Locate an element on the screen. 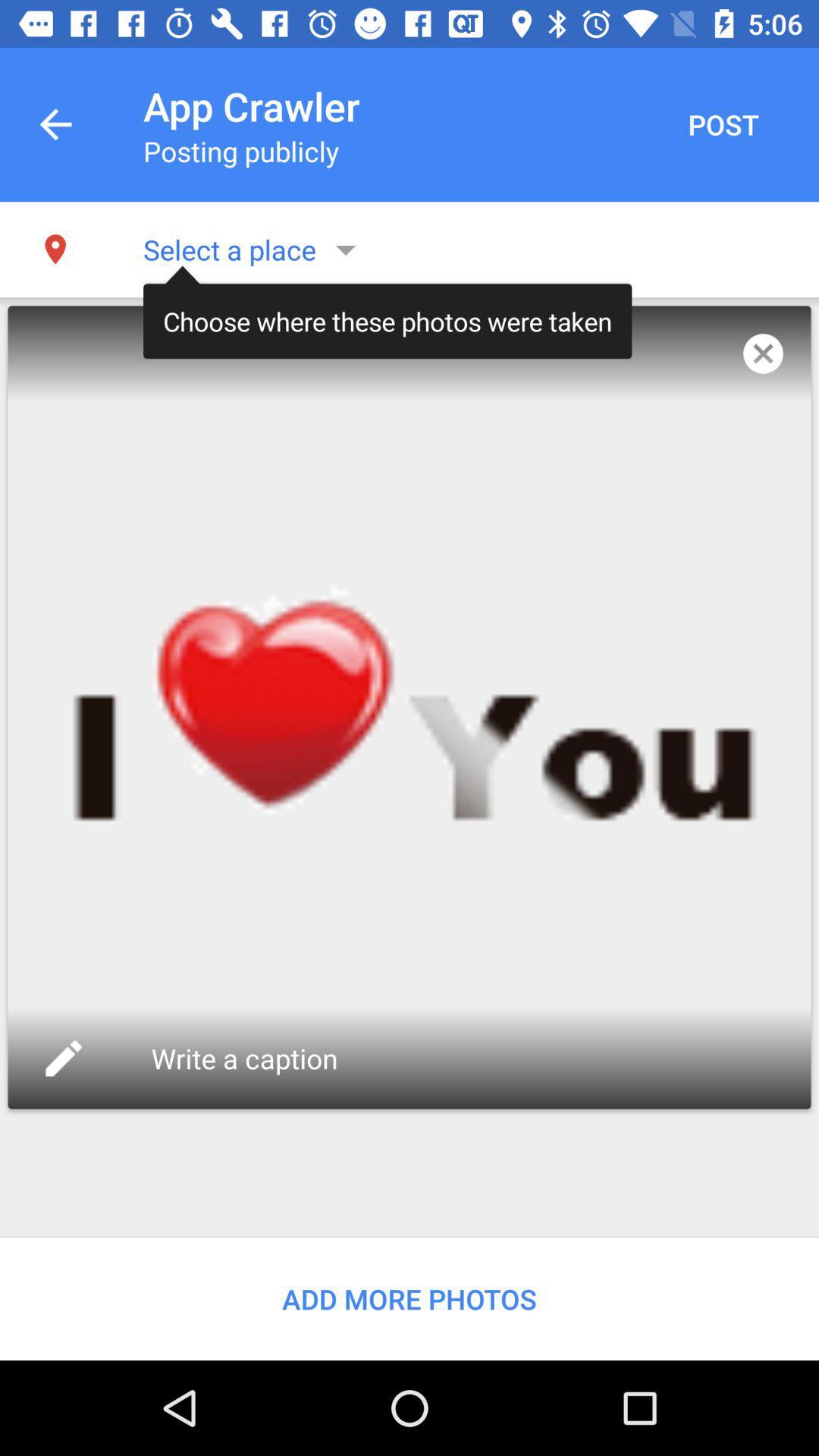 The height and width of the screenshot is (1456, 819). the item to the right of the app crawler app is located at coordinates (722, 124).